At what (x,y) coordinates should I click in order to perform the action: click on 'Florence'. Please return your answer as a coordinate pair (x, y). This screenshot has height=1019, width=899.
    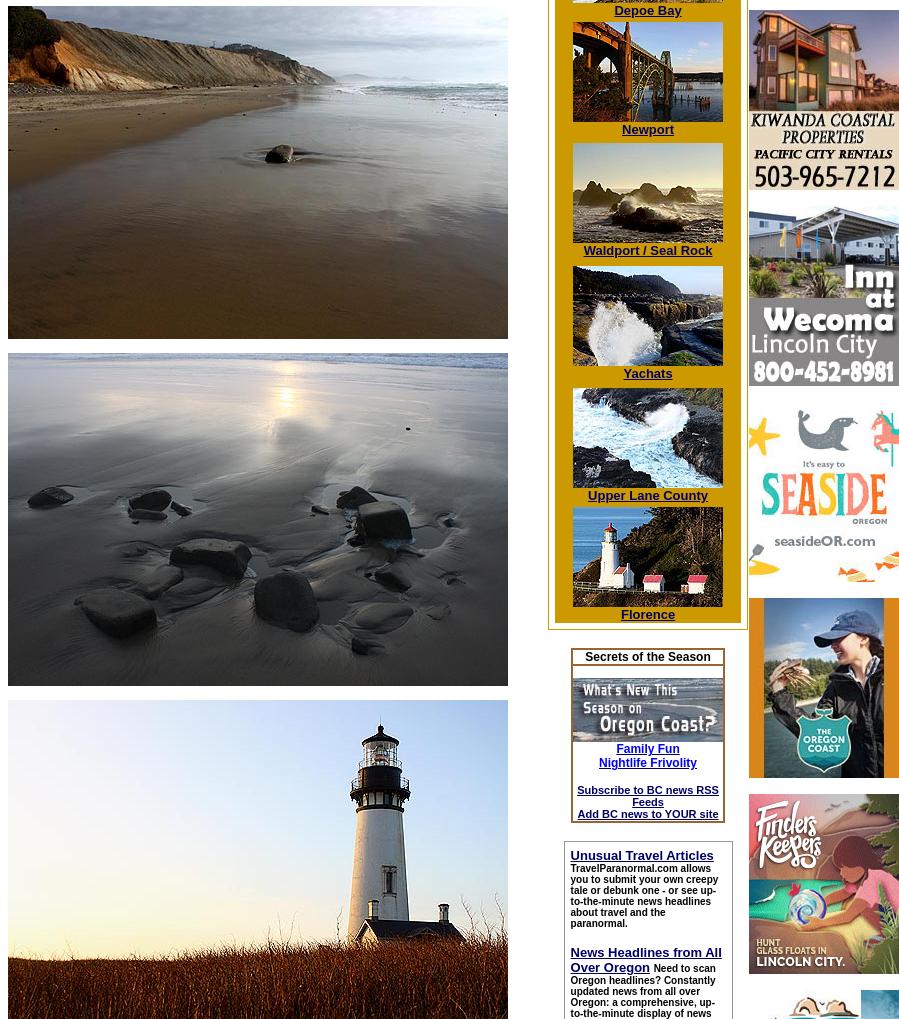
    Looking at the image, I should click on (646, 614).